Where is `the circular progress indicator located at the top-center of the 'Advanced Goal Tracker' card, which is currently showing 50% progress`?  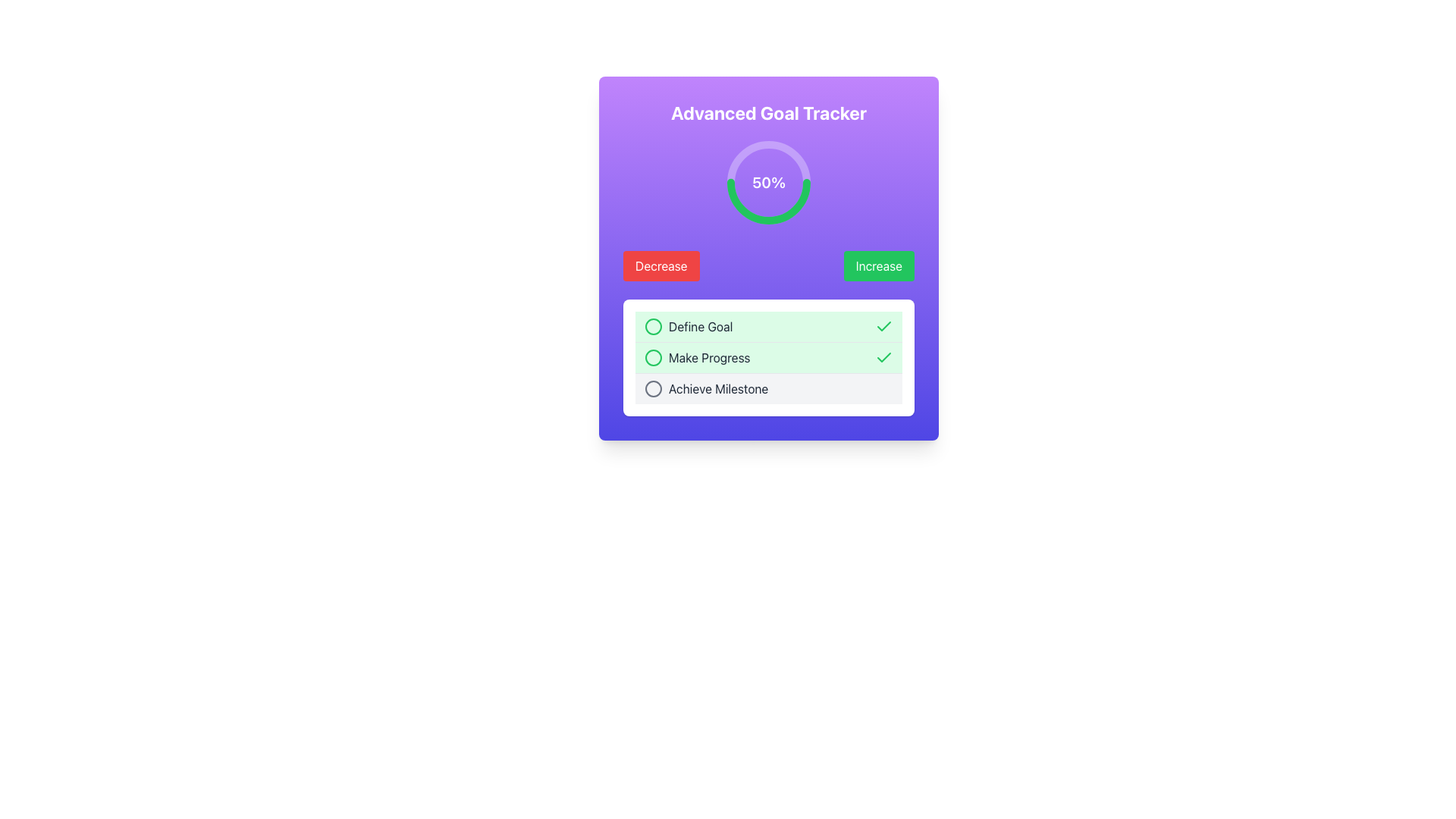 the circular progress indicator located at the top-center of the 'Advanced Goal Tracker' card, which is currently showing 50% progress is located at coordinates (768, 181).